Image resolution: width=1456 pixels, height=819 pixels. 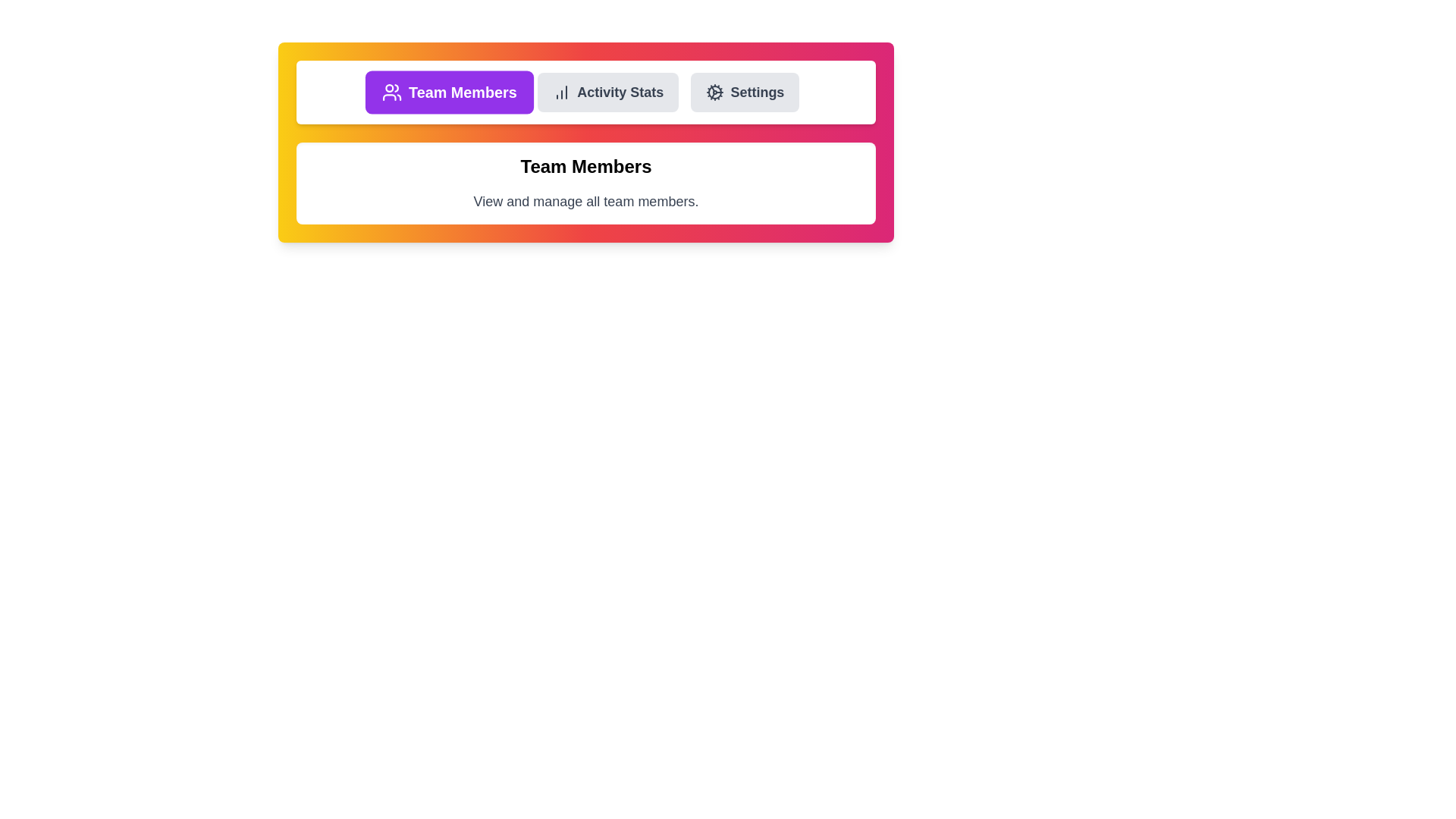 What do you see at coordinates (608, 93) in the screenshot?
I see `the tab labeled Activity Stats` at bounding box center [608, 93].